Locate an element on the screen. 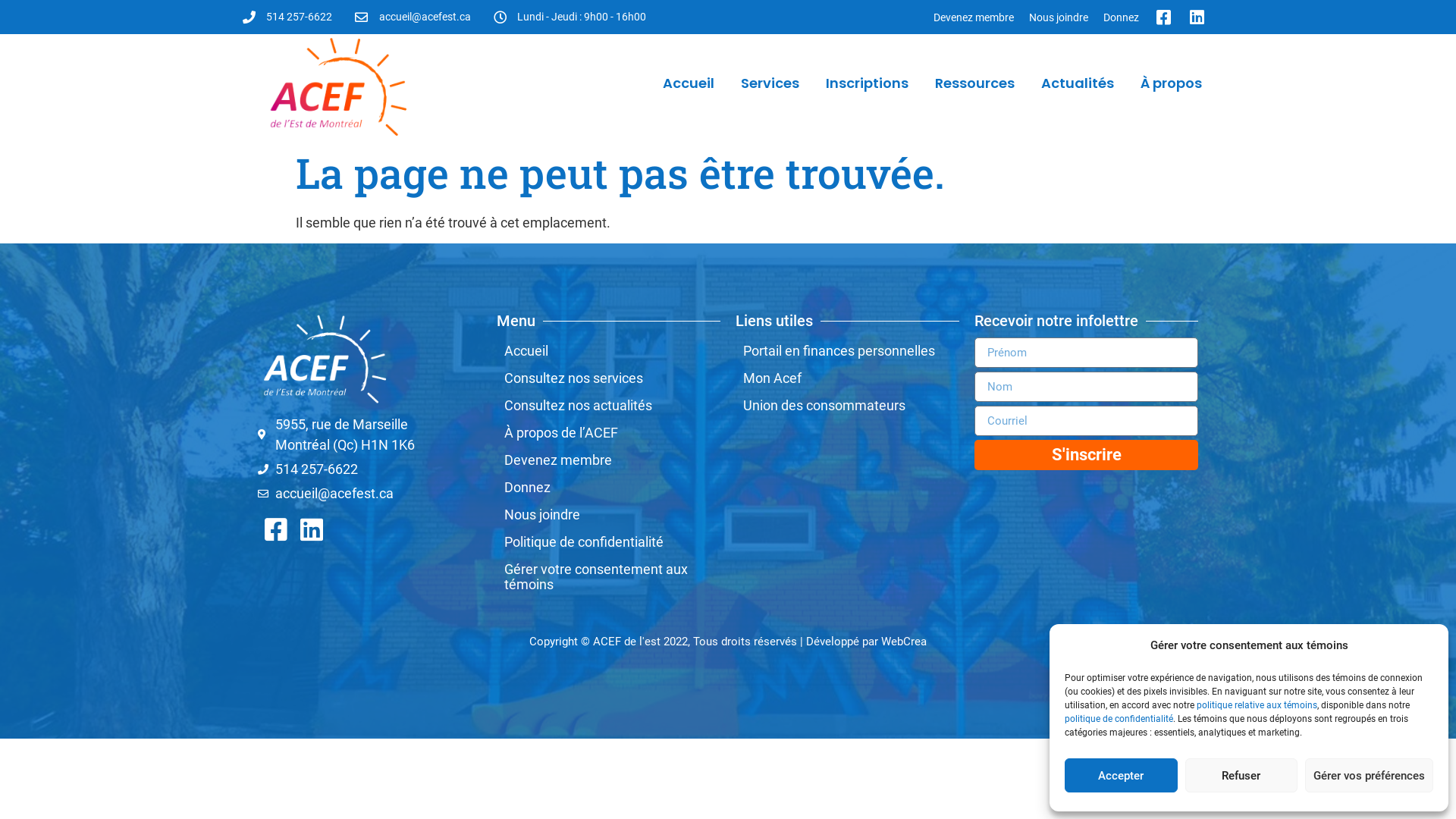 This screenshot has height=819, width=1456. 'Mon Acef' is located at coordinates (846, 377).